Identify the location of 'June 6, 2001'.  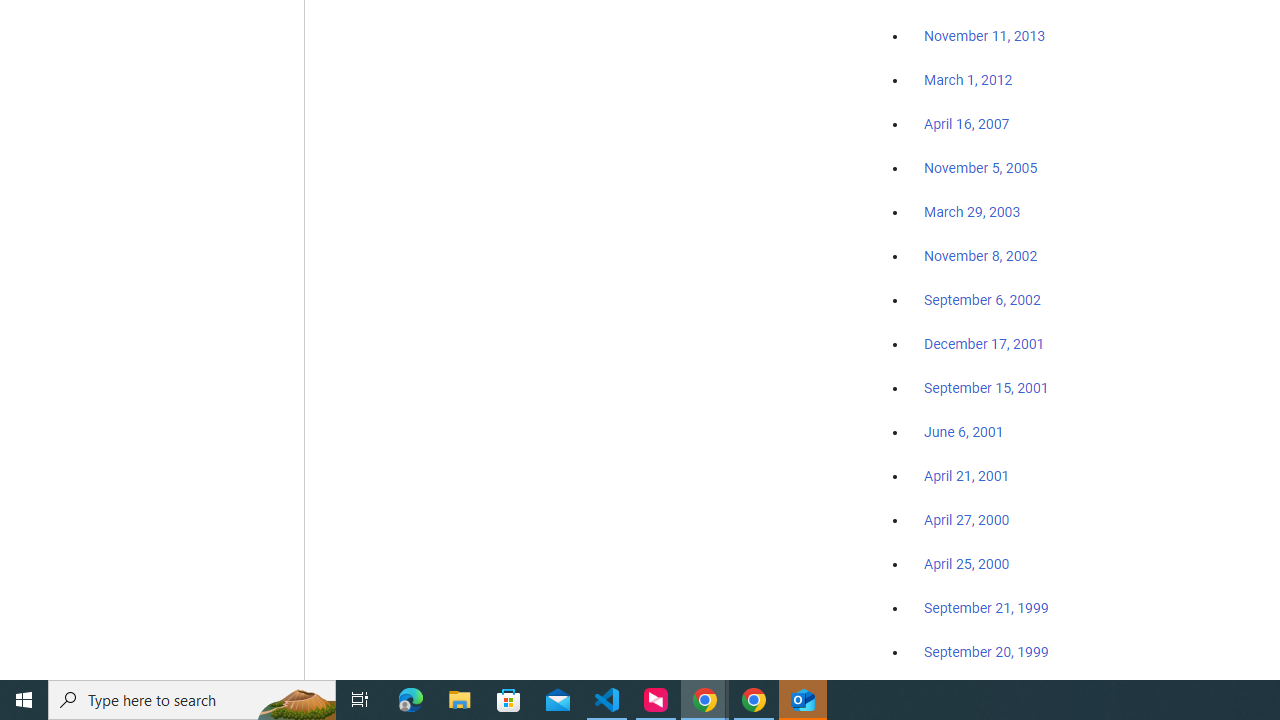
(963, 431).